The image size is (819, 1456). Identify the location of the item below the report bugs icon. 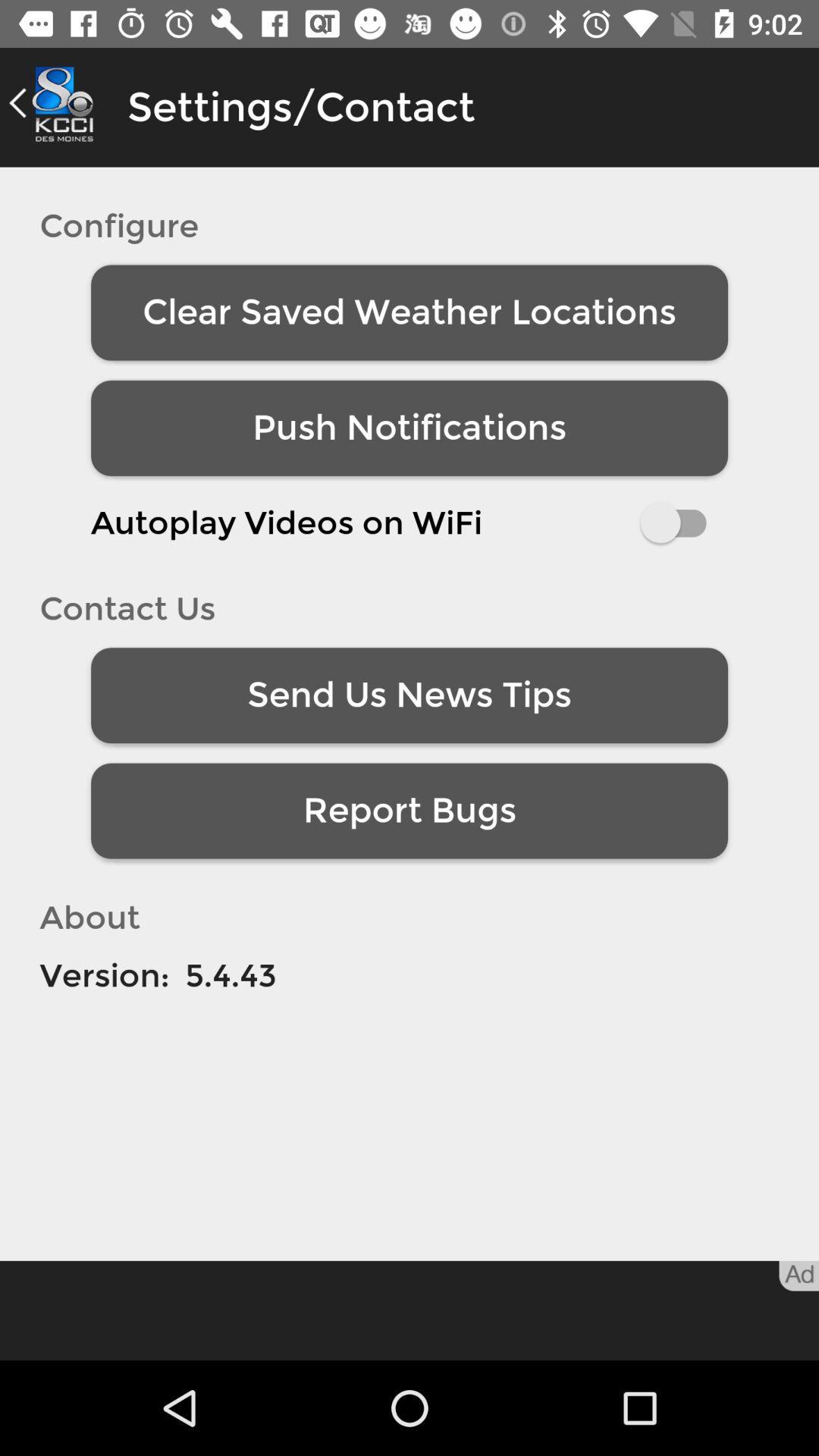
(231, 975).